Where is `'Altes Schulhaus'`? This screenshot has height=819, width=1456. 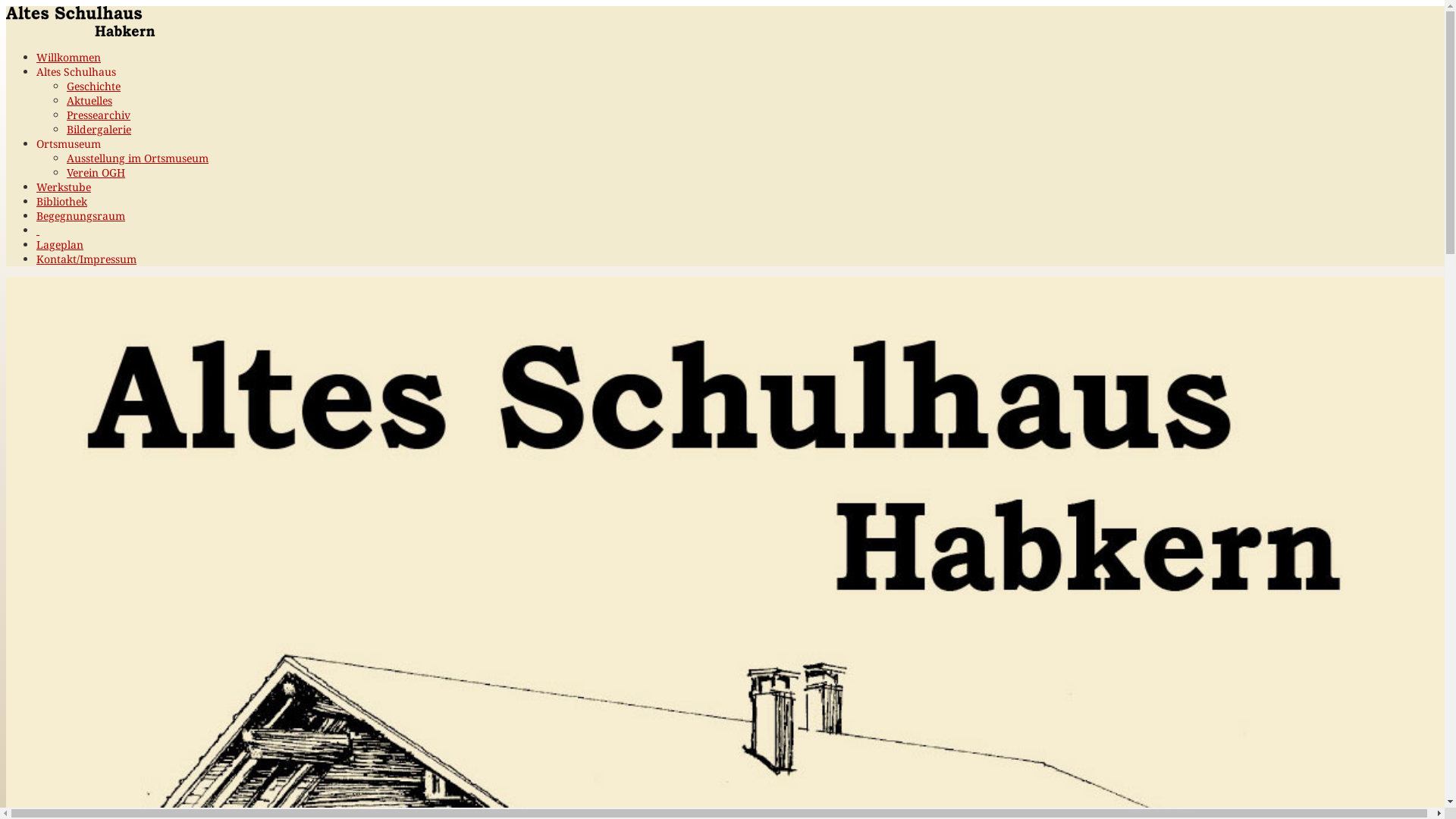 'Altes Schulhaus' is located at coordinates (75, 71).